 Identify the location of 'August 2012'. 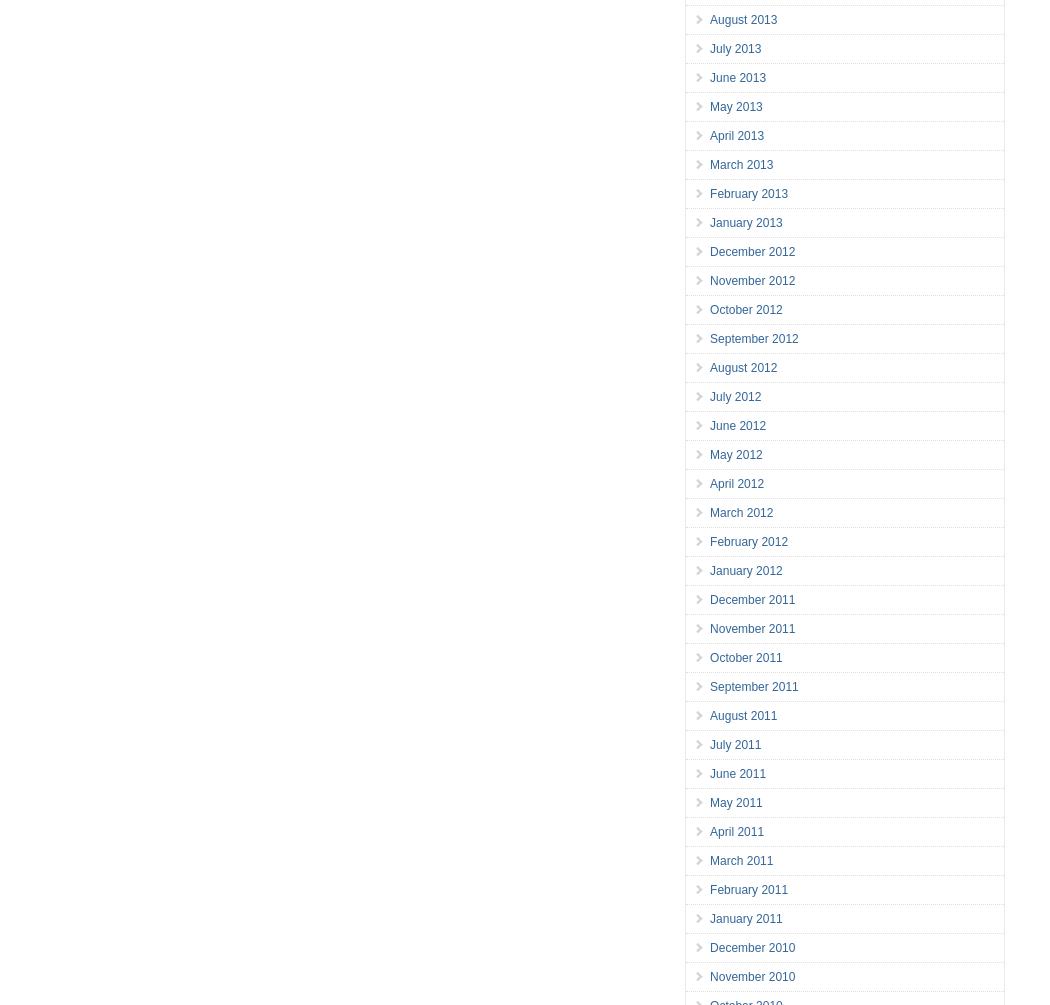
(742, 368).